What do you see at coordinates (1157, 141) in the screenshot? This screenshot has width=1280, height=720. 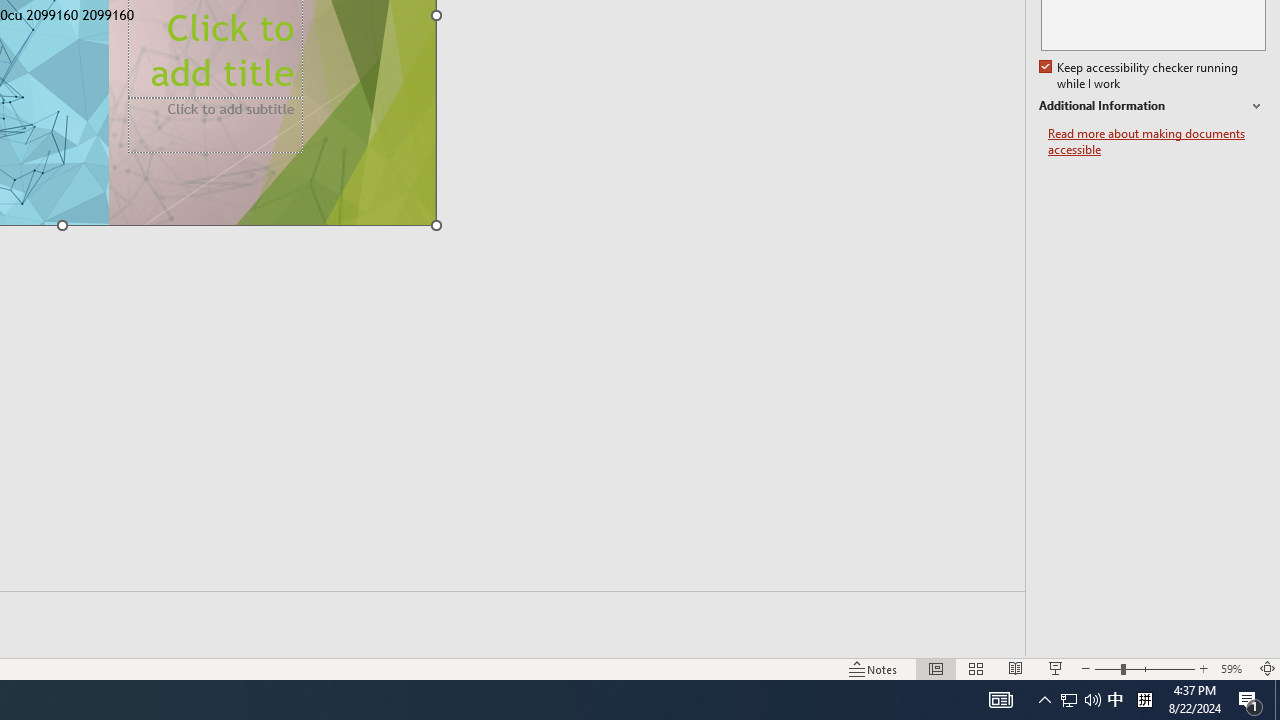 I see `'Read more about making documents accessible'` at bounding box center [1157, 141].